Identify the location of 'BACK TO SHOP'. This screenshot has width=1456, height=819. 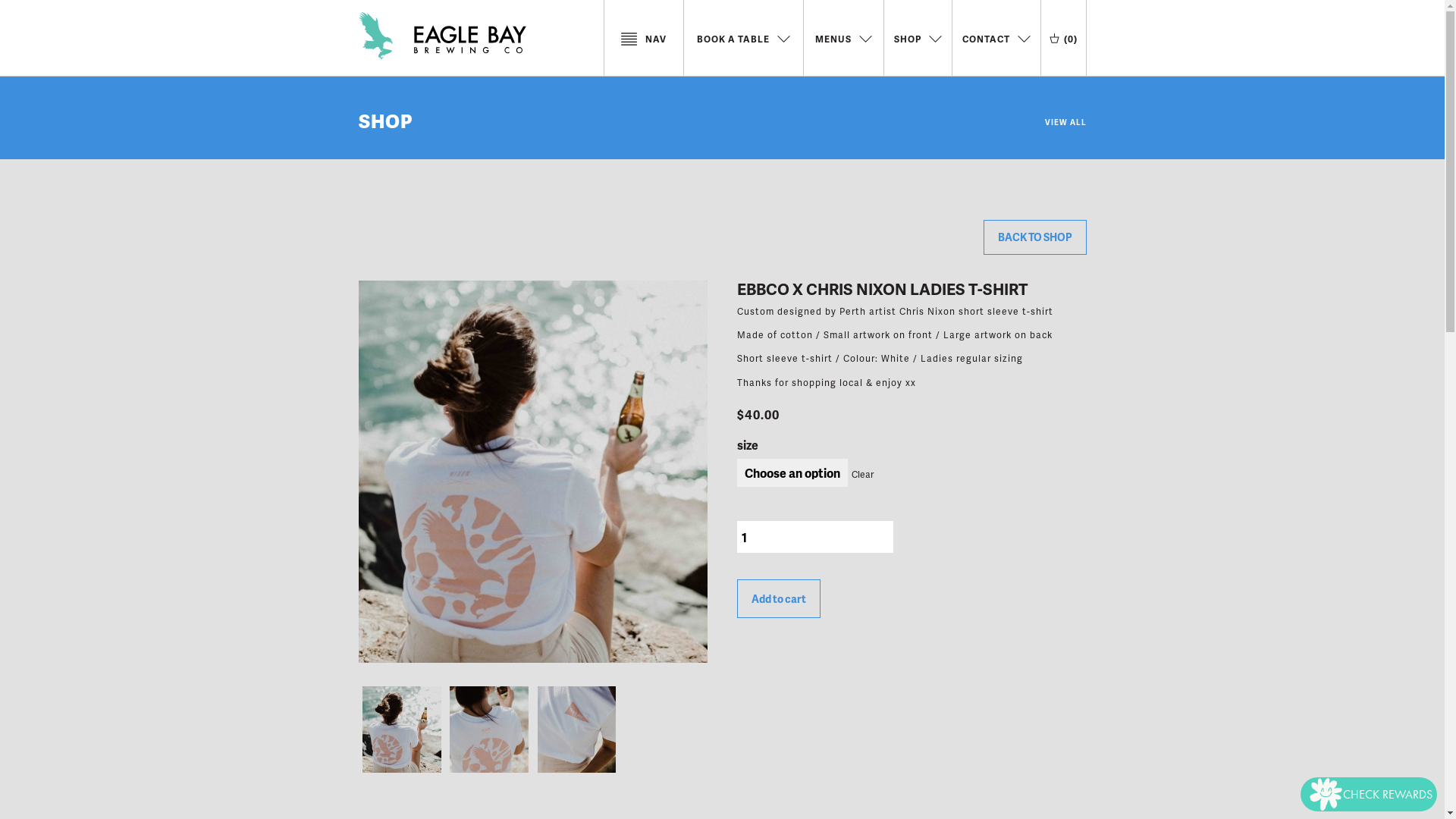
(1033, 237).